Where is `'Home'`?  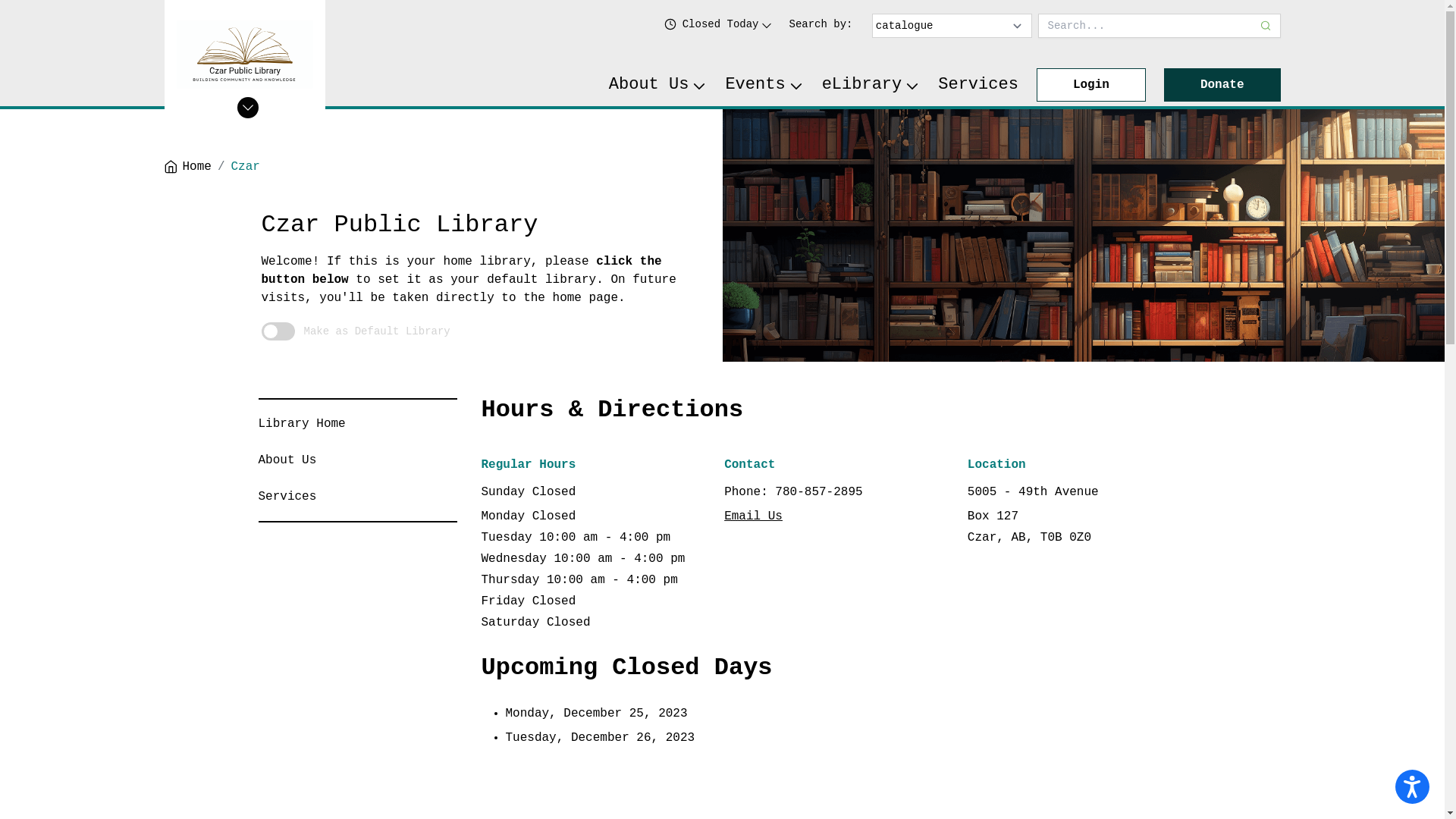
'Home' is located at coordinates (186, 166).